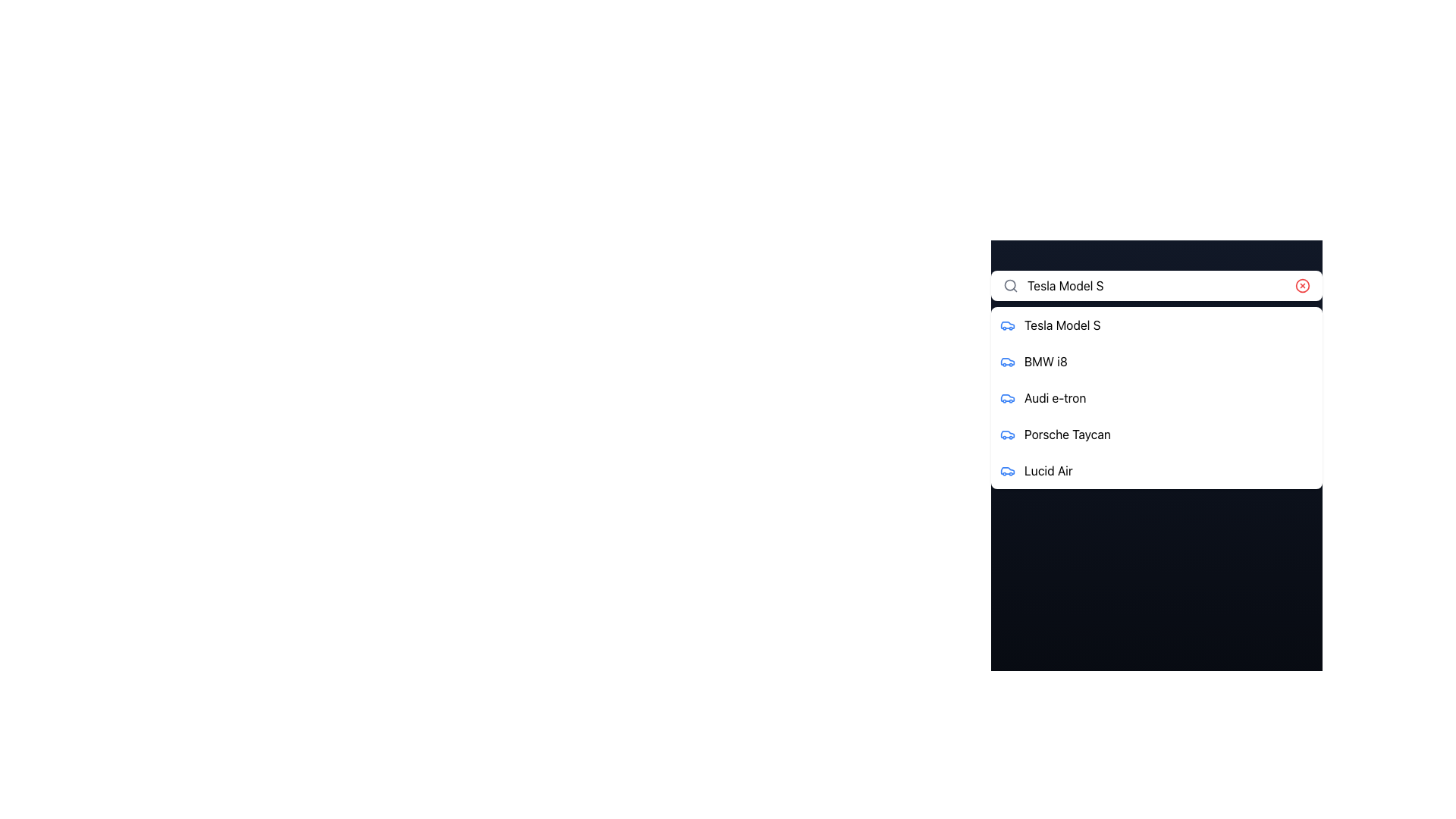 The height and width of the screenshot is (819, 1456). What do you see at coordinates (1156, 397) in the screenshot?
I see `the dropdown menu item for 'Audi e-tron'` at bounding box center [1156, 397].